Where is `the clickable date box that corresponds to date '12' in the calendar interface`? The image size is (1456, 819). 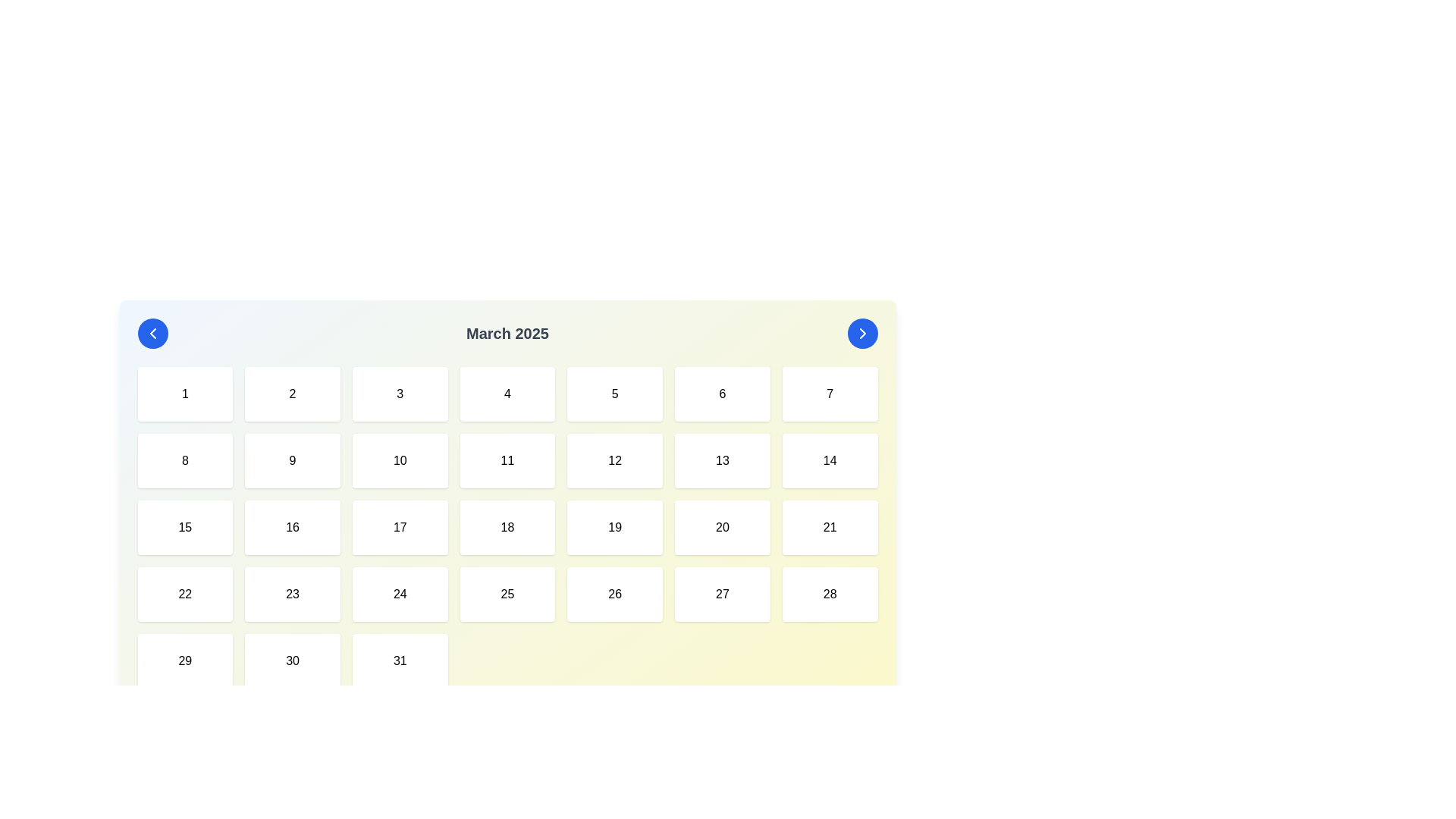 the clickable date box that corresponds to date '12' in the calendar interface is located at coordinates (615, 460).